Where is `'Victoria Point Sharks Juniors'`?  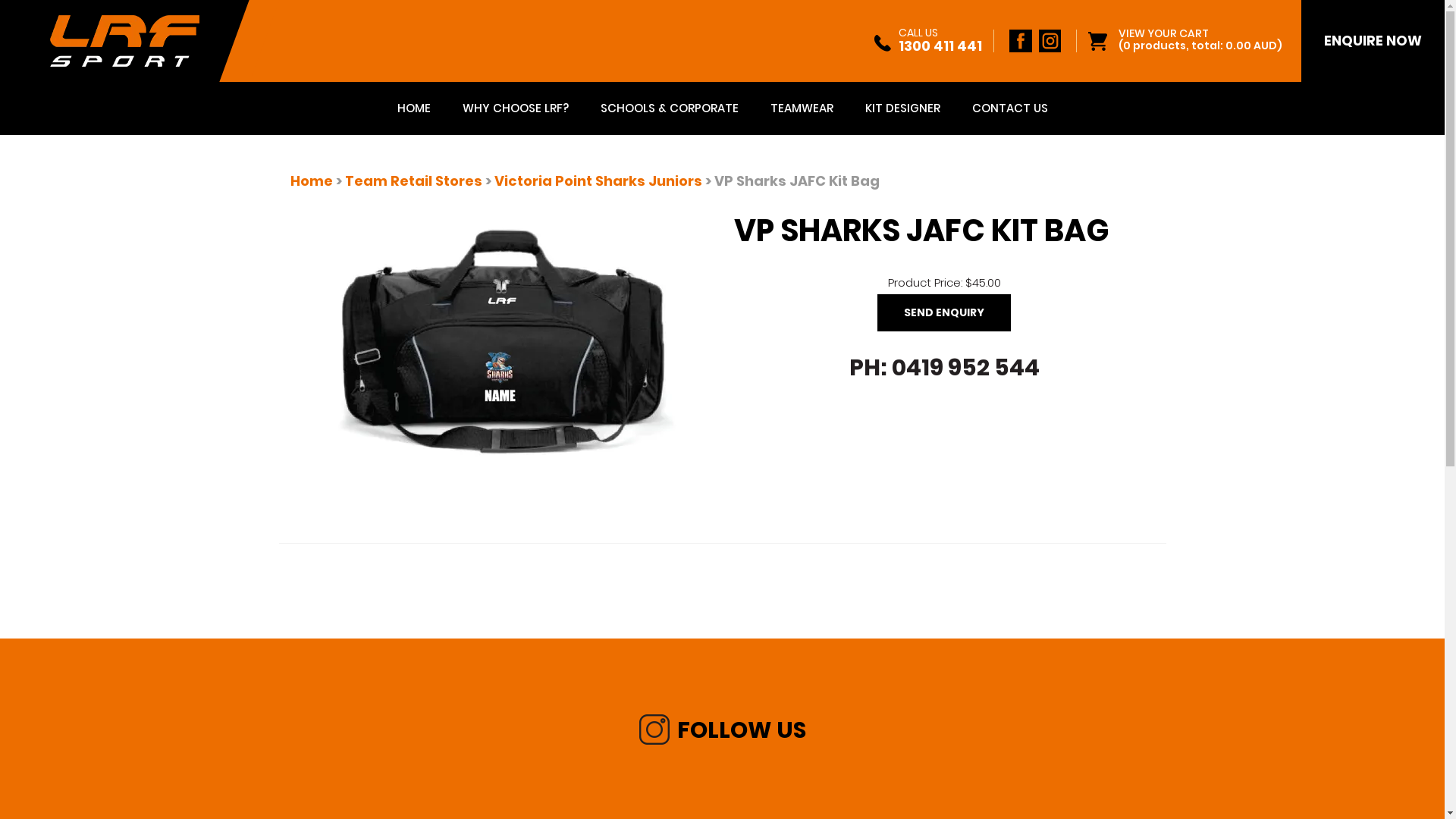 'Victoria Point Sharks Juniors' is located at coordinates (597, 180).